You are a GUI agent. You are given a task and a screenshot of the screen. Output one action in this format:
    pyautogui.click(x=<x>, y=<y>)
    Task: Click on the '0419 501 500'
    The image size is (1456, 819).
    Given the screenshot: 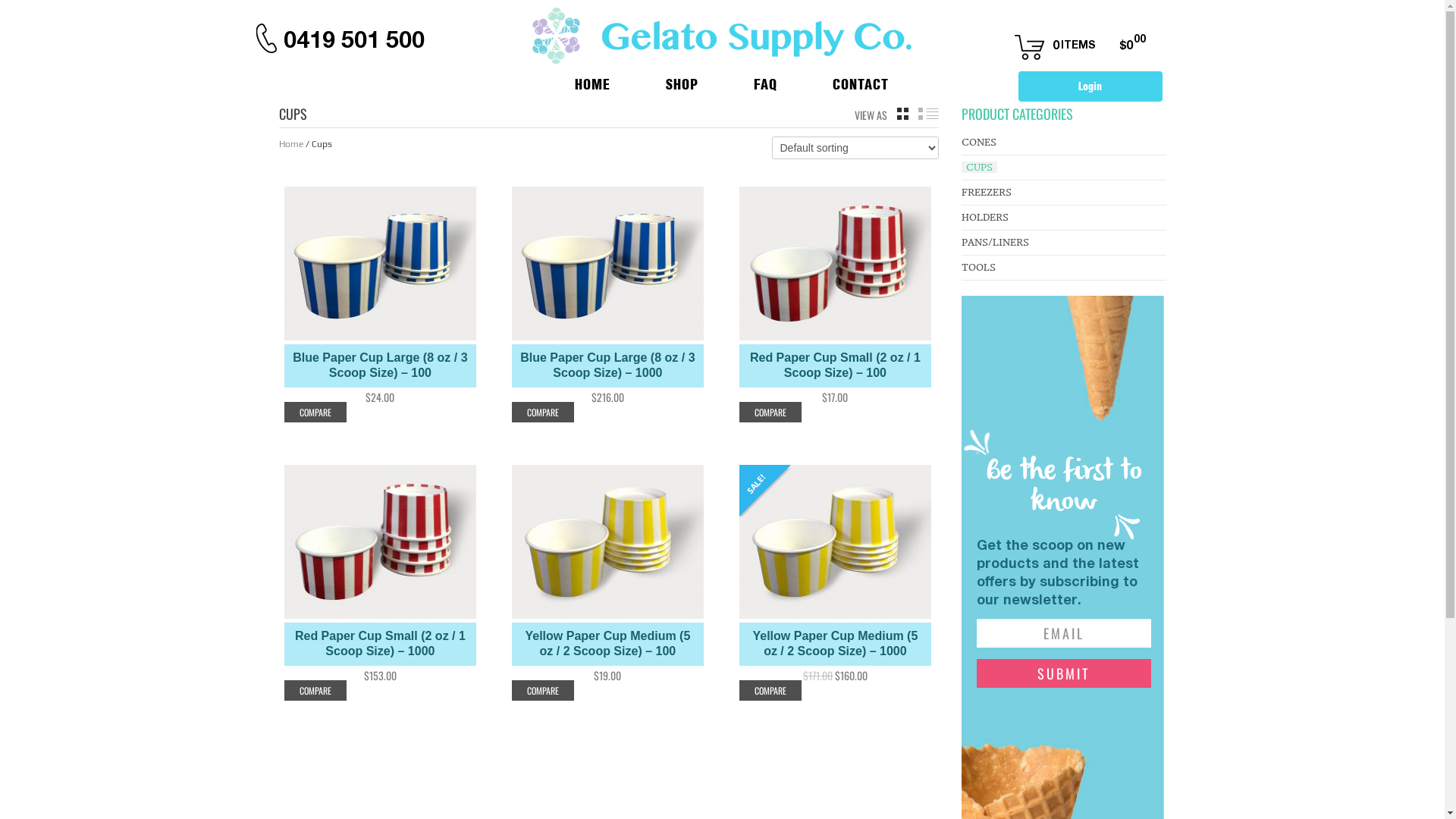 What is the action you would take?
    pyautogui.click(x=353, y=38)
    